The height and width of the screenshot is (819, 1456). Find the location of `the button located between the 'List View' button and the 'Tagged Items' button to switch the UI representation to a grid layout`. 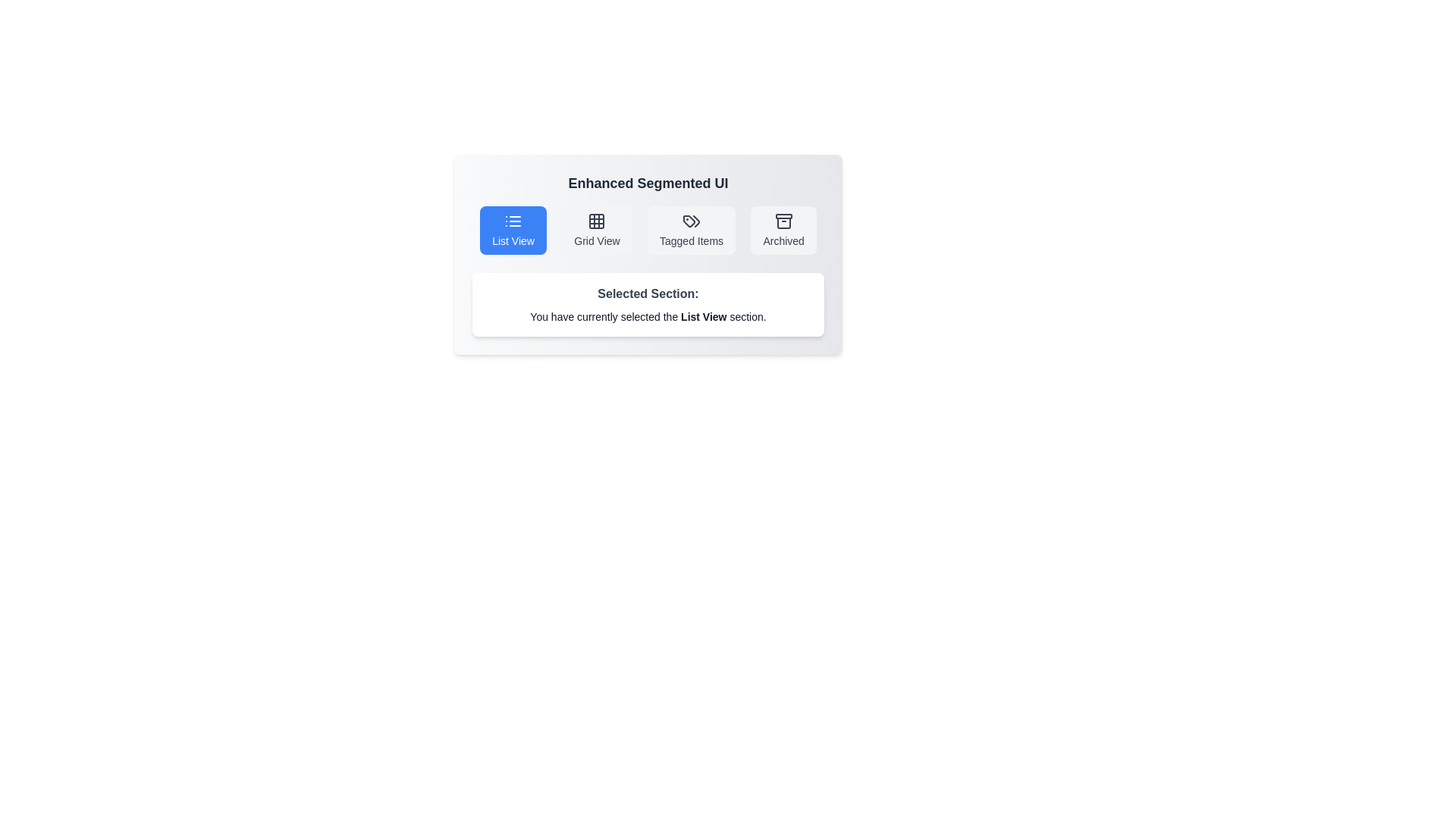

the button located between the 'List View' button and the 'Tagged Items' button to switch the UI representation to a grid layout is located at coordinates (596, 231).